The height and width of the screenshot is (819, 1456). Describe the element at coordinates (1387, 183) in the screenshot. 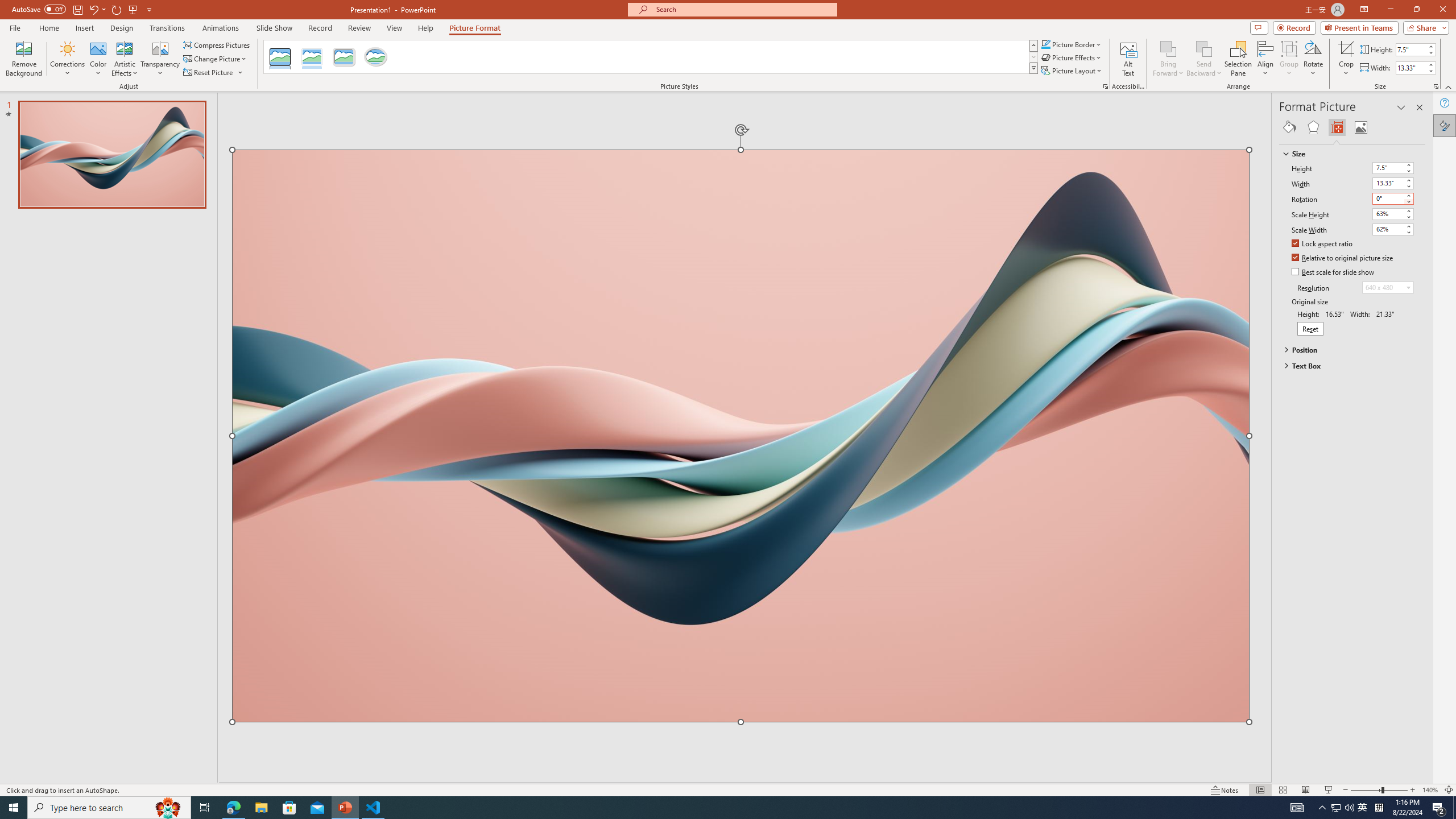

I see `'Width'` at that location.